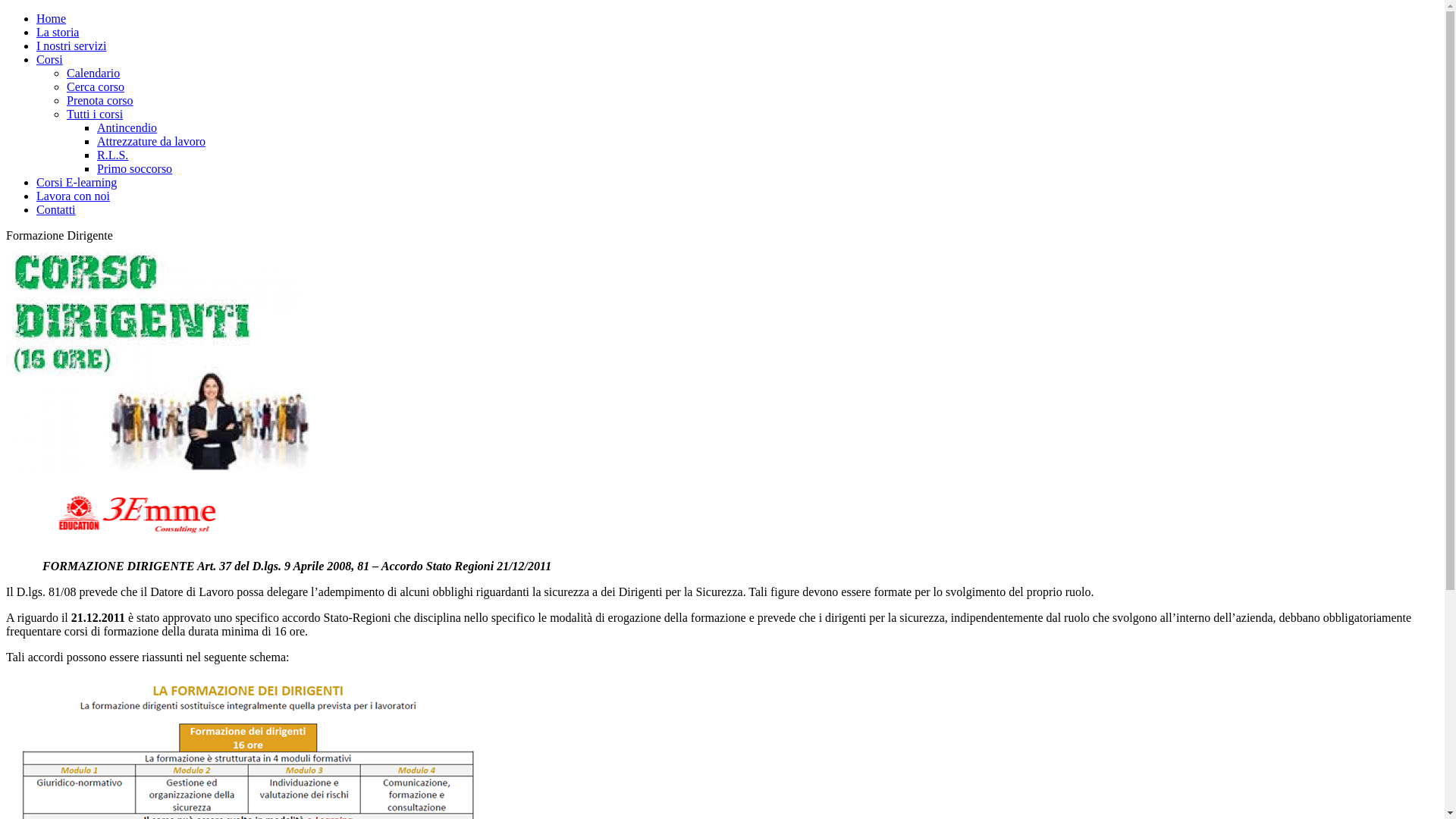 This screenshot has width=1456, height=819. What do you see at coordinates (58, 32) in the screenshot?
I see `'La storia'` at bounding box center [58, 32].